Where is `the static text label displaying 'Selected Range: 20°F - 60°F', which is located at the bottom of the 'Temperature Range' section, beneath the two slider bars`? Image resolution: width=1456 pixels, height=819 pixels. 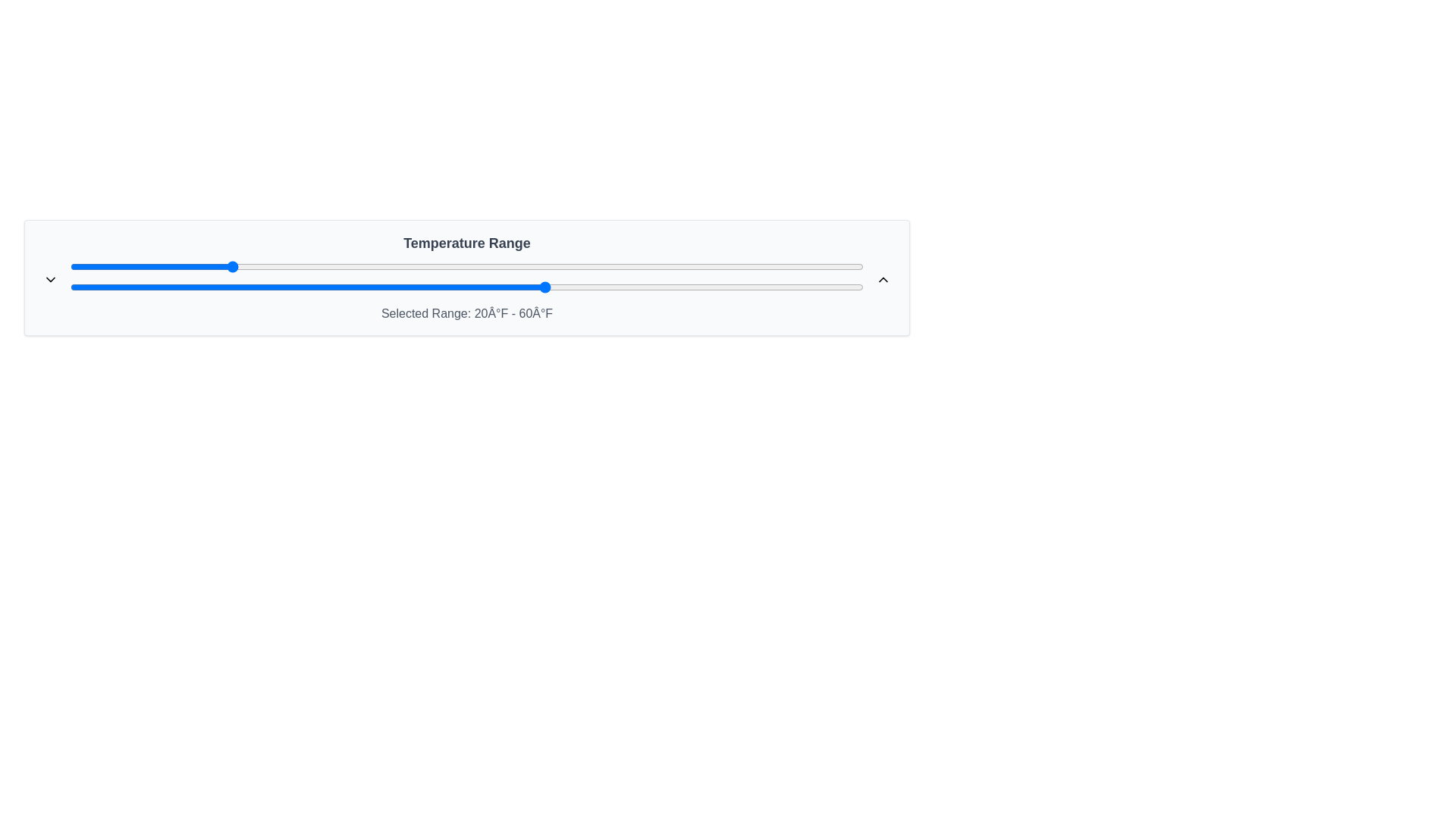
the static text label displaying 'Selected Range: 20°F - 60°F', which is located at the bottom of the 'Temperature Range' section, beneath the two slider bars is located at coordinates (466, 312).